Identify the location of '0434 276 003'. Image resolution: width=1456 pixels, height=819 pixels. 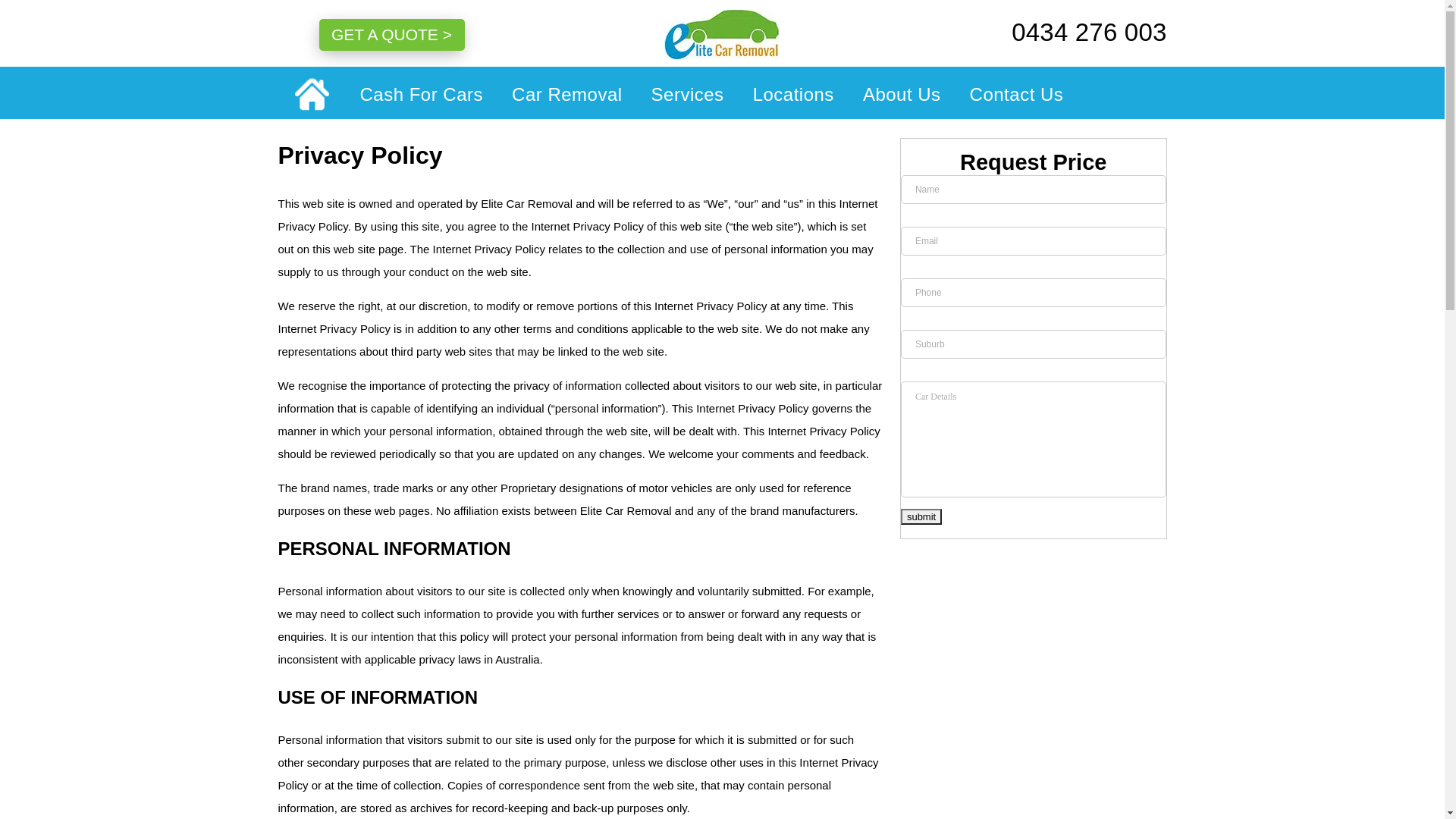
(1069, 32).